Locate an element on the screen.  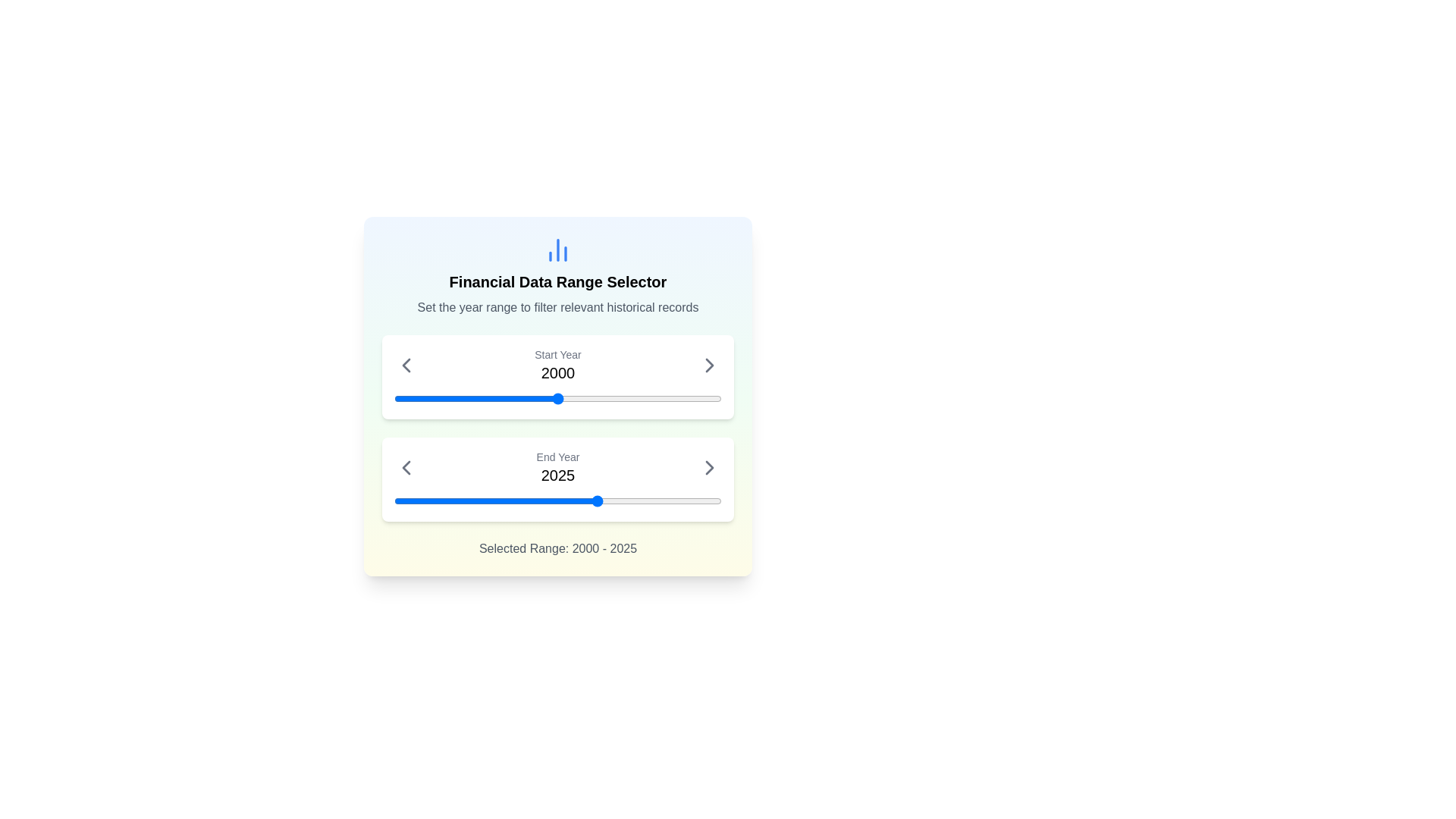
the year is located at coordinates (431, 500).